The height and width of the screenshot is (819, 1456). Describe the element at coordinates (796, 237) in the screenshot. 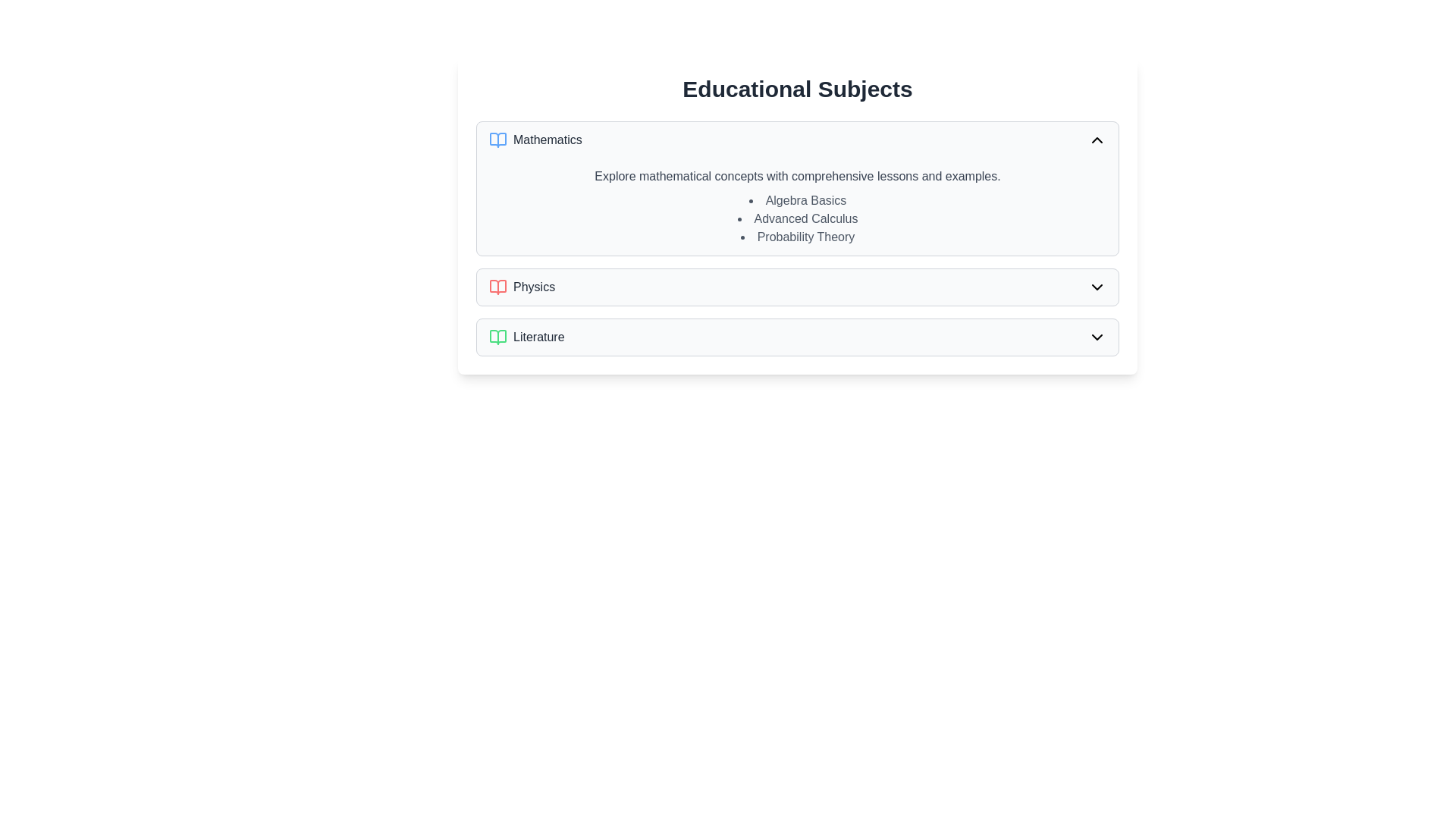

I see `the third item in the bullet-point list under the Mathematics category, which represents a section on Probability Theory` at that location.